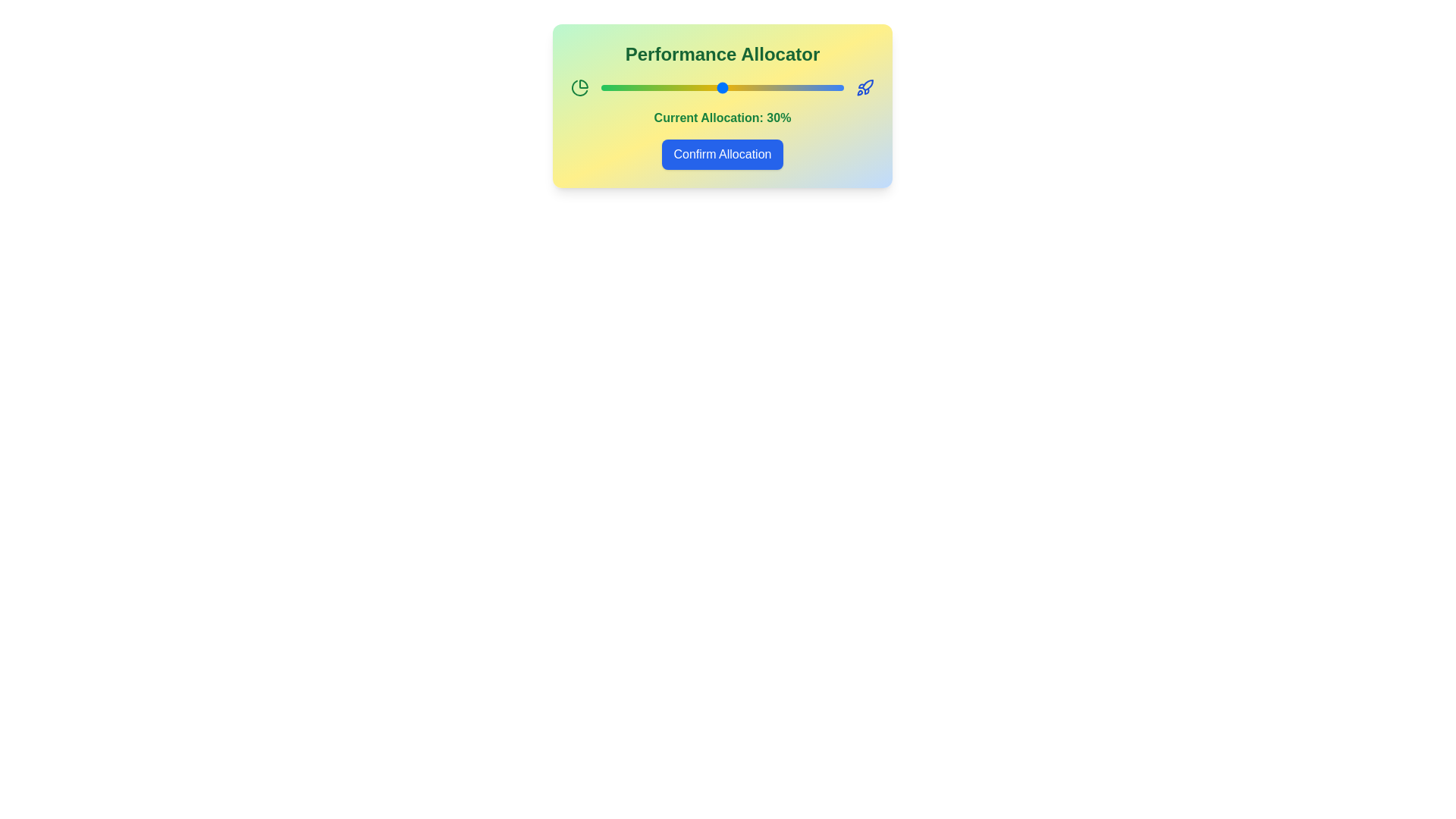 Image resolution: width=1456 pixels, height=819 pixels. What do you see at coordinates (753, 87) in the screenshot?
I see `the allocation slider to 35%` at bounding box center [753, 87].